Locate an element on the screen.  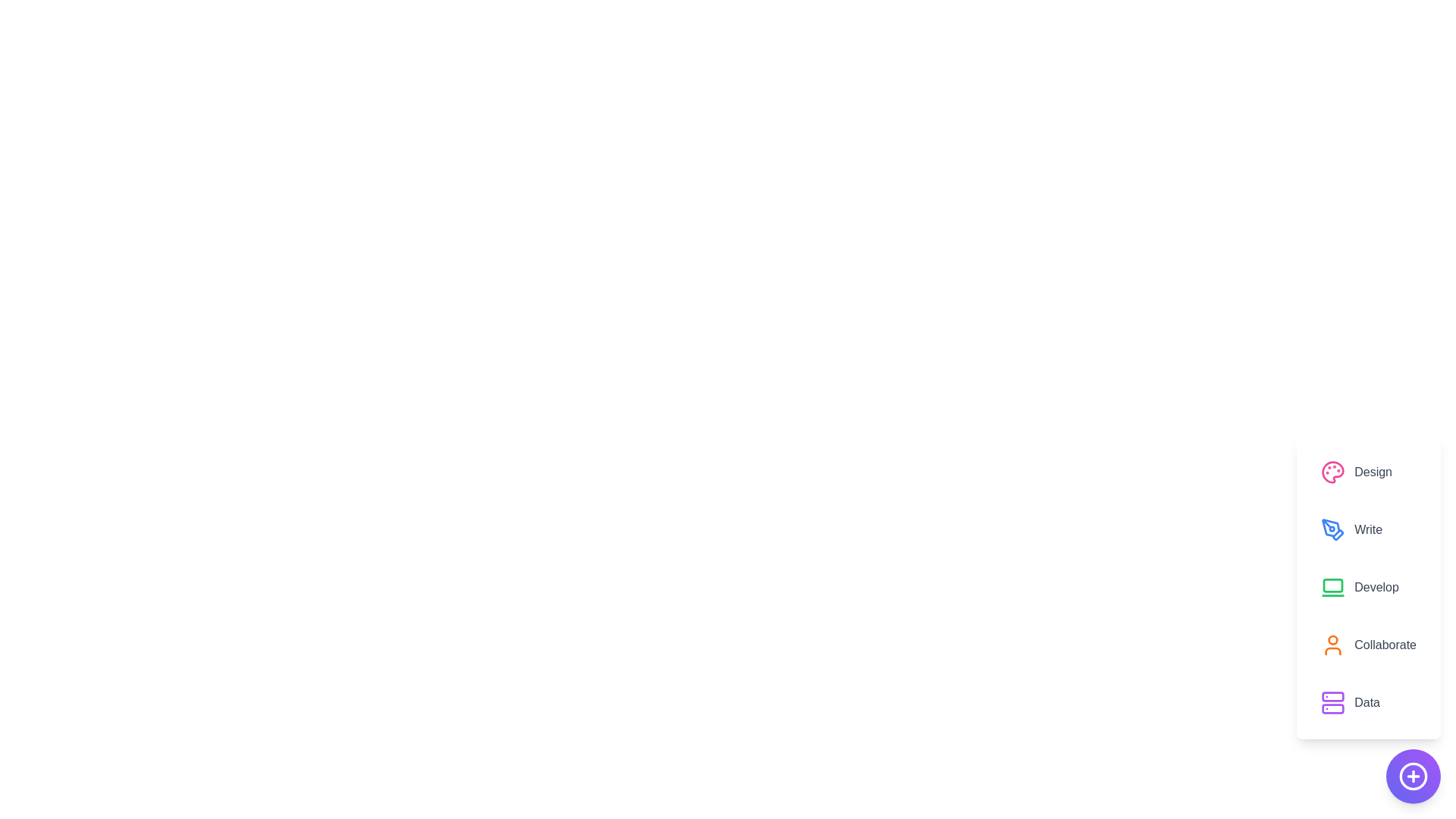
the main floating action button to toggle the panel is located at coordinates (1412, 776).